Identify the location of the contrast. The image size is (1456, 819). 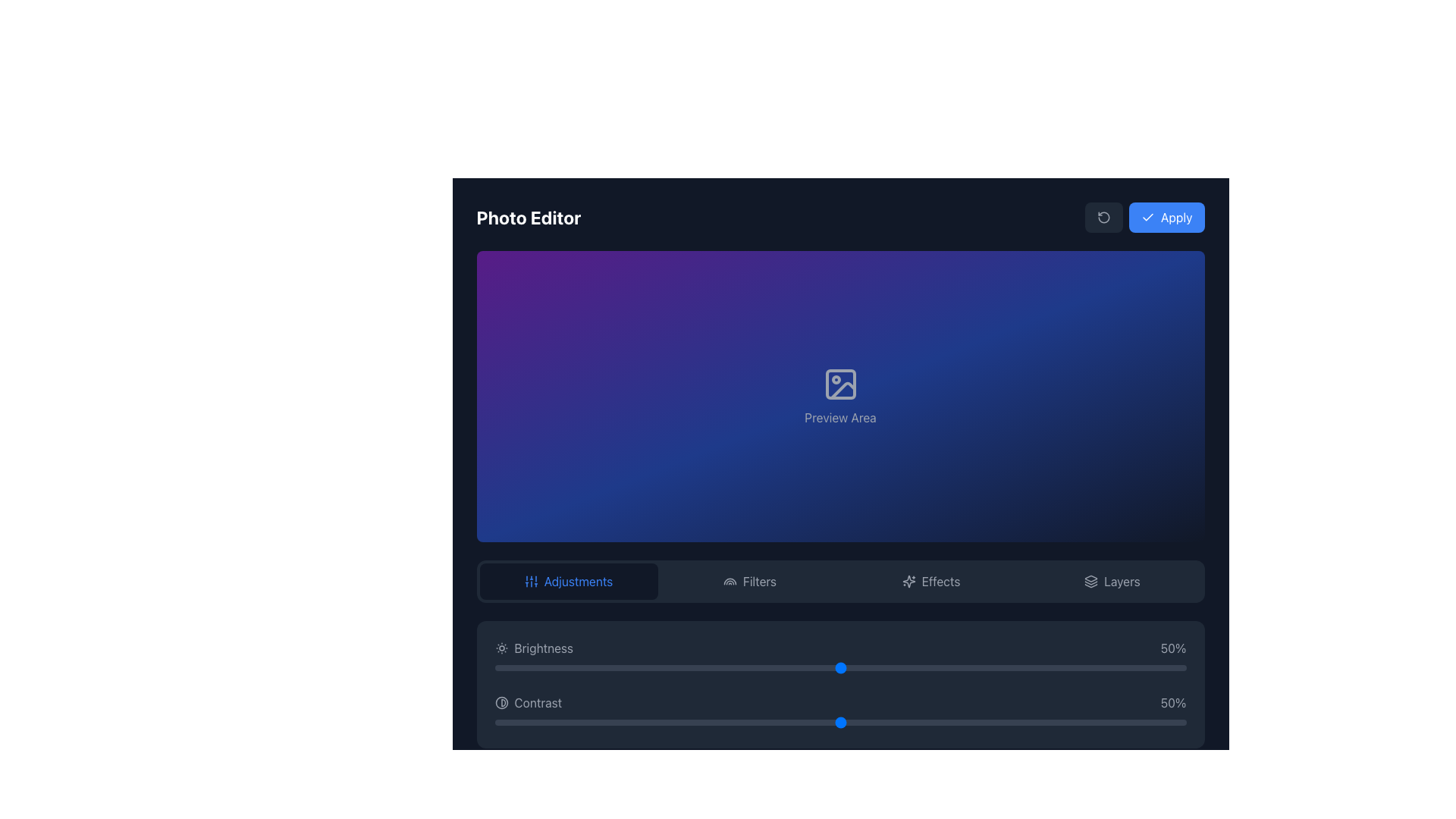
(943, 721).